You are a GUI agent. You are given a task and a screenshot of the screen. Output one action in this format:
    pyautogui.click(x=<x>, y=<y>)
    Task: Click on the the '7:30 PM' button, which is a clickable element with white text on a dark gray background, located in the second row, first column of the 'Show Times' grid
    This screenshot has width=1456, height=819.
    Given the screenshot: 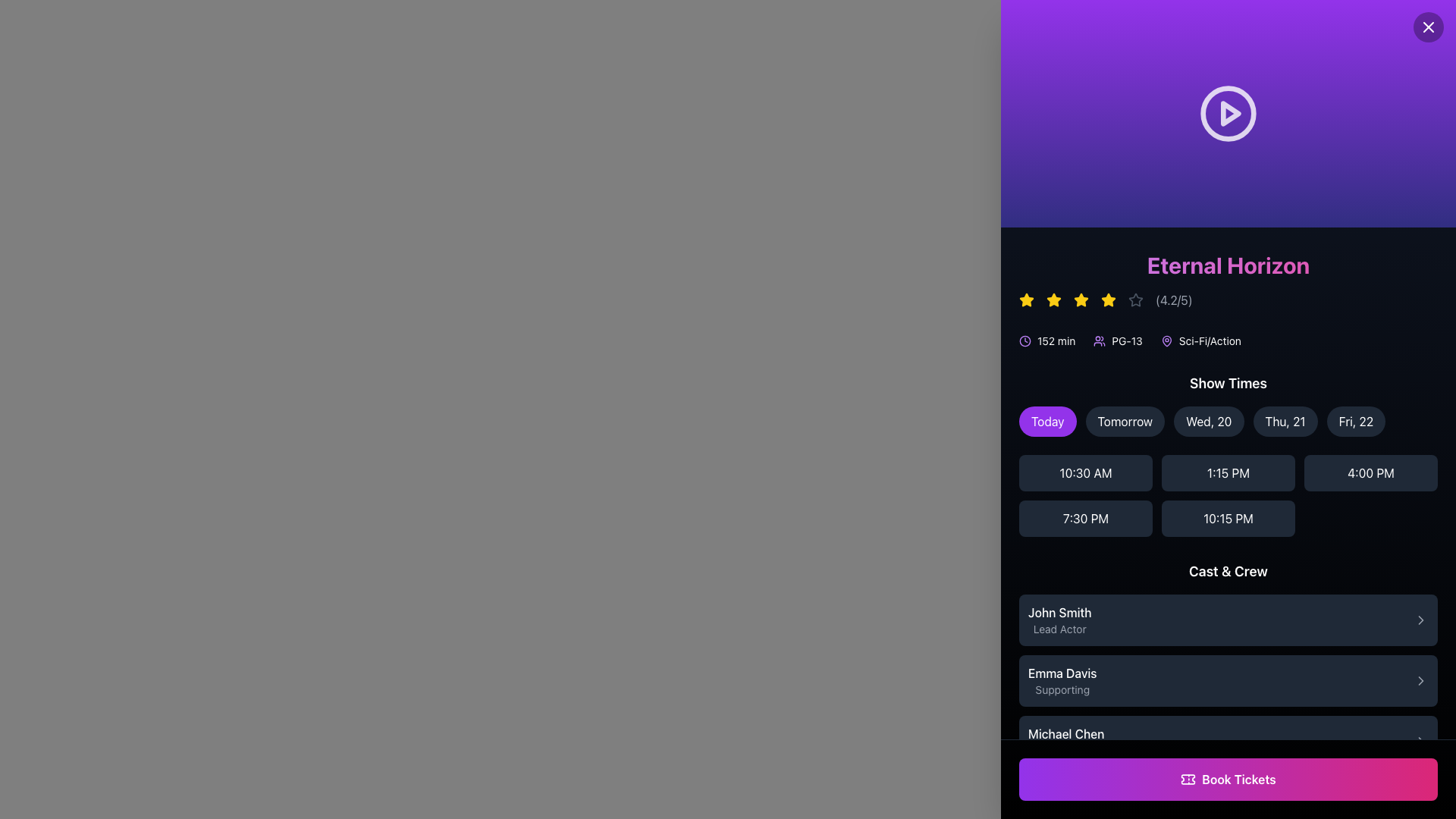 What is the action you would take?
    pyautogui.click(x=1084, y=517)
    